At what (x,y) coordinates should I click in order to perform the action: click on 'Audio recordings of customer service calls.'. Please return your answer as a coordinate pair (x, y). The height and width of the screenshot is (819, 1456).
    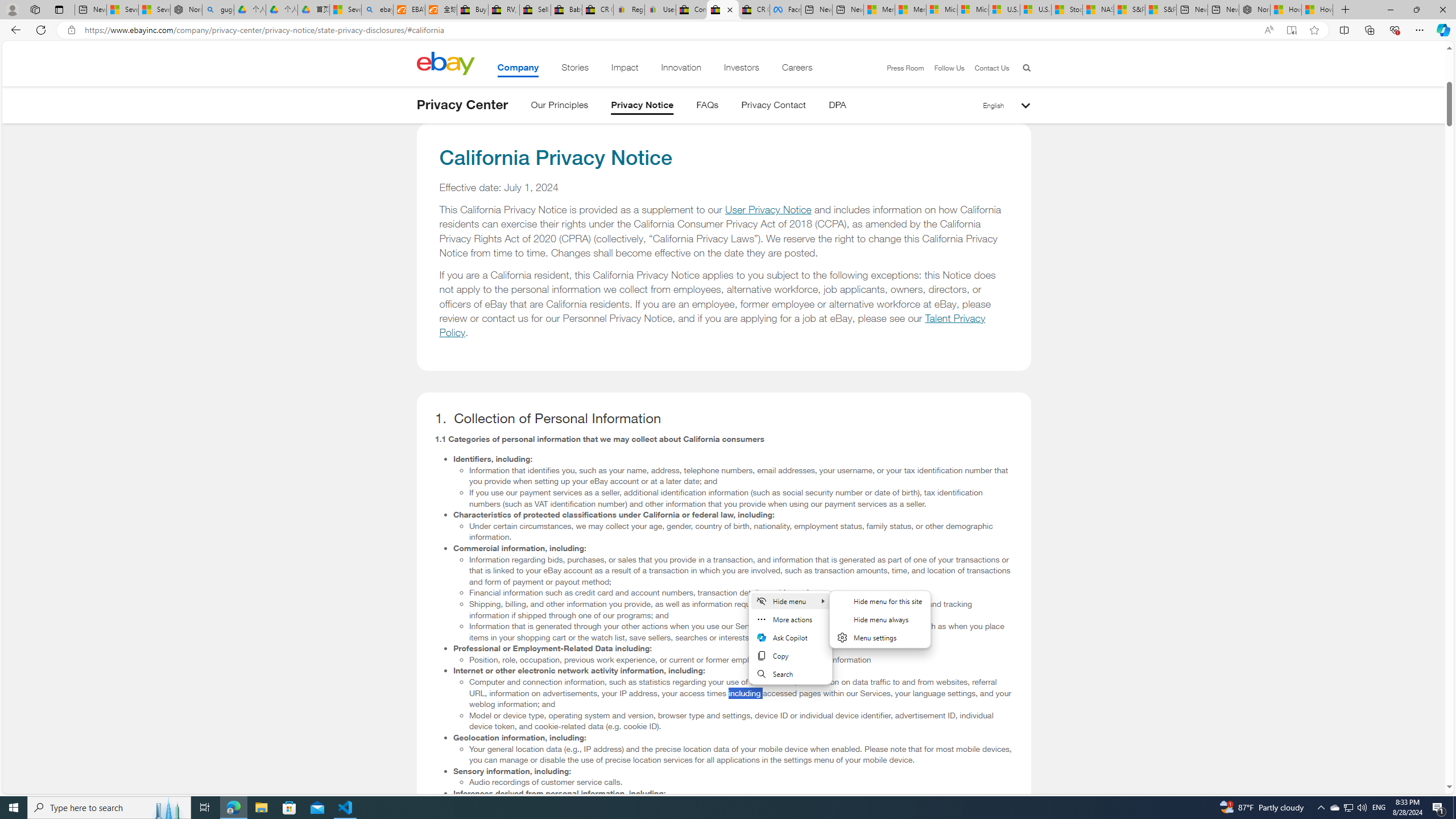
    Looking at the image, I should click on (741, 781).